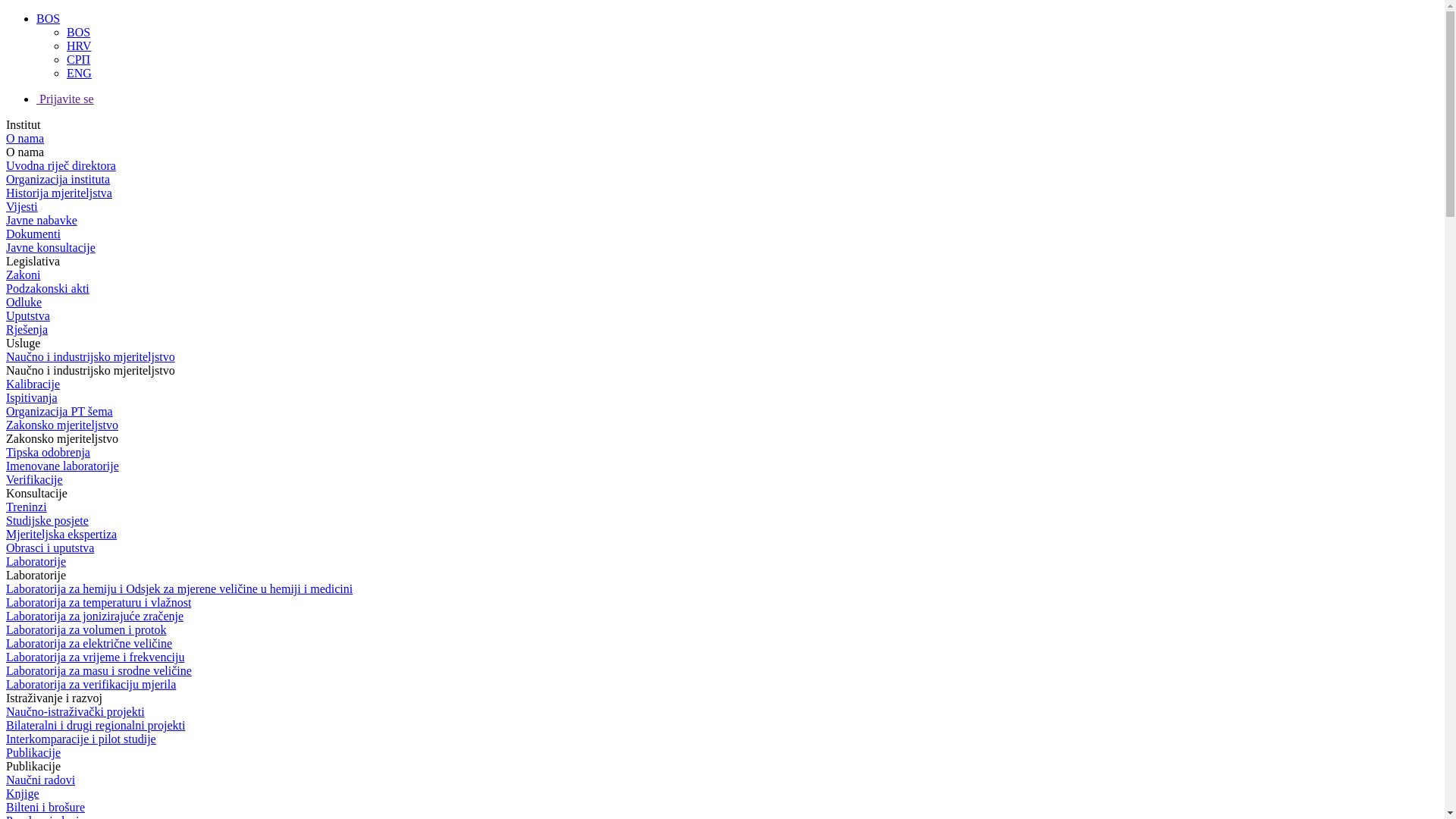 Image resolution: width=1456 pixels, height=819 pixels. Describe the element at coordinates (94, 724) in the screenshot. I see `'Bilateralni i drugi regionalni projekti'` at that location.